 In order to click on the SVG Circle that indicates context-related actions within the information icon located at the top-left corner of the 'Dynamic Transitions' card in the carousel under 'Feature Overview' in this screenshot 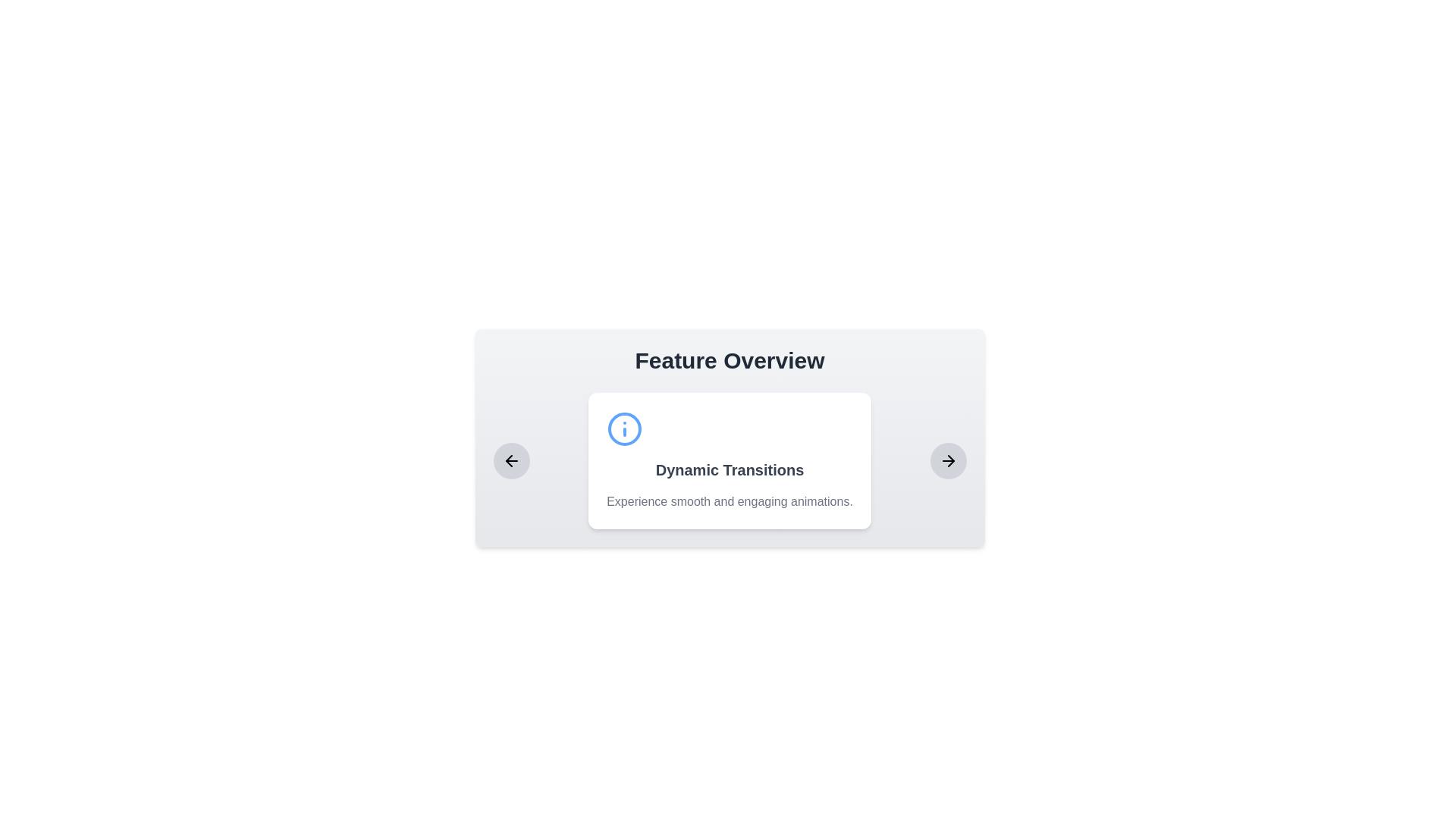, I will do `click(625, 429)`.